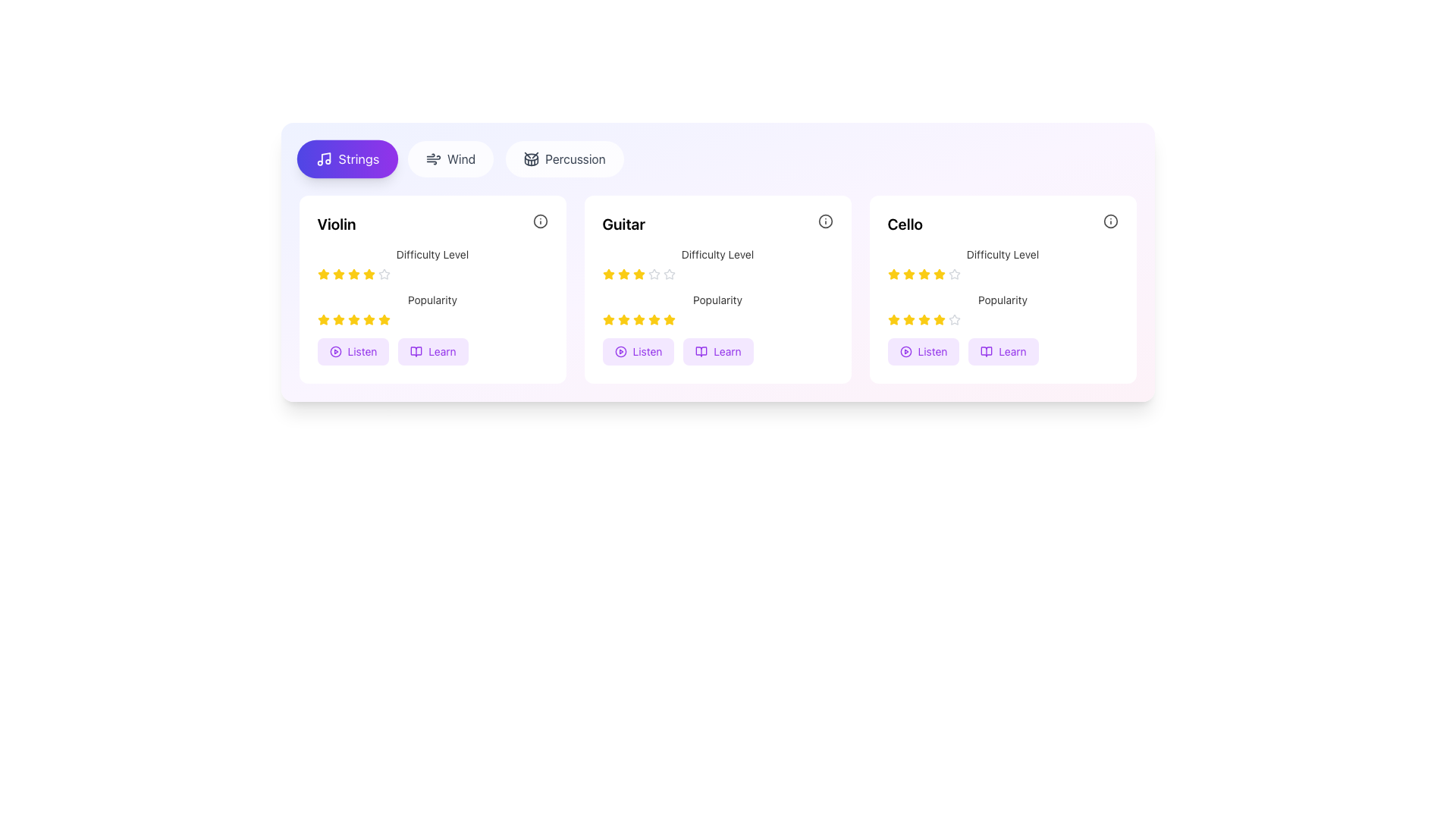  I want to click on the filled yellow star icon representing the first star in the difficulty rating for the Guitar section of the information card, so click(608, 274).